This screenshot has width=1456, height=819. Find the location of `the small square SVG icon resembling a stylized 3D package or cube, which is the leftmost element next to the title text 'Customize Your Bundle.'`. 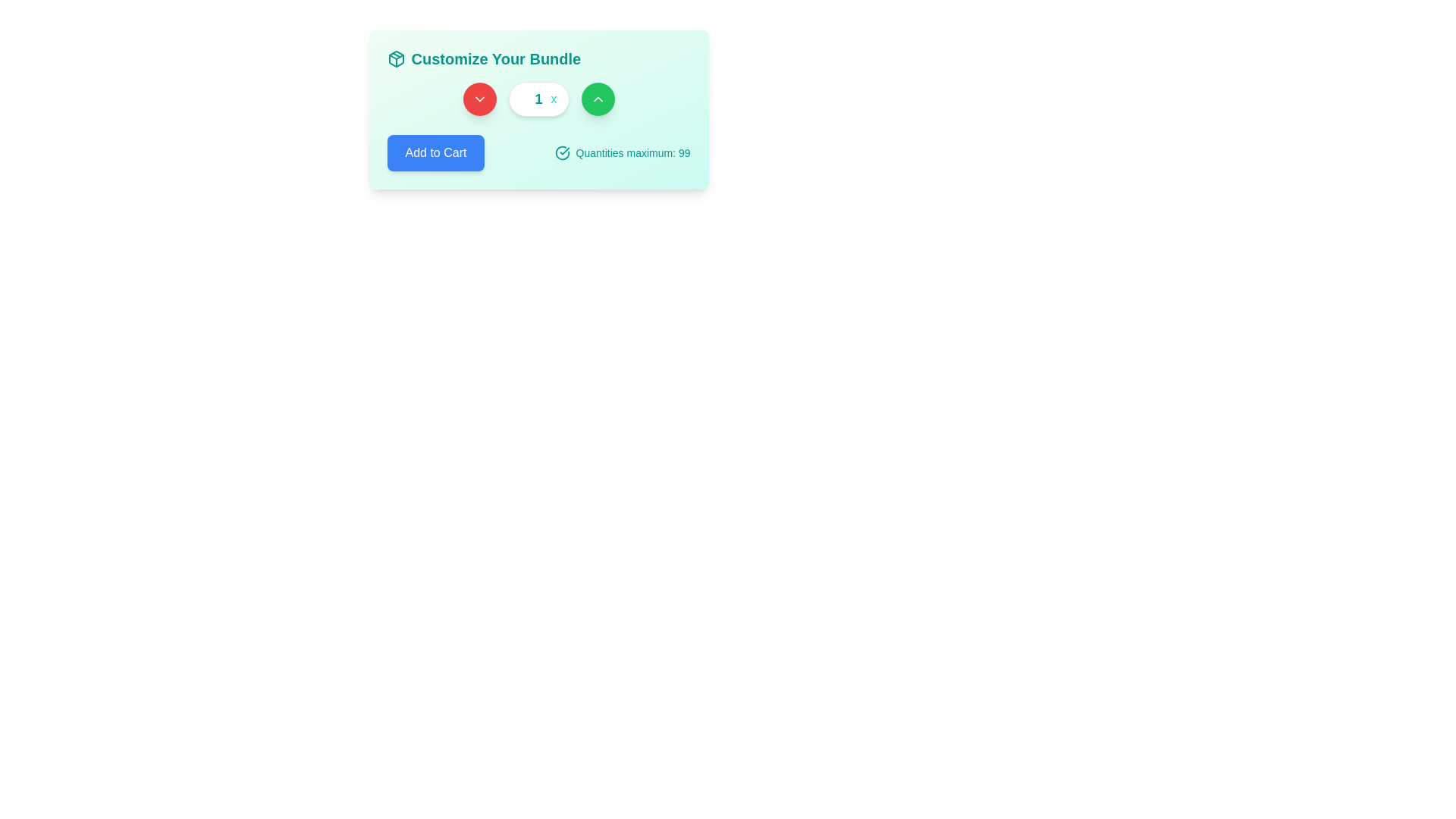

the small square SVG icon resembling a stylized 3D package or cube, which is the leftmost element next to the title text 'Customize Your Bundle.' is located at coordinates (396, 58).